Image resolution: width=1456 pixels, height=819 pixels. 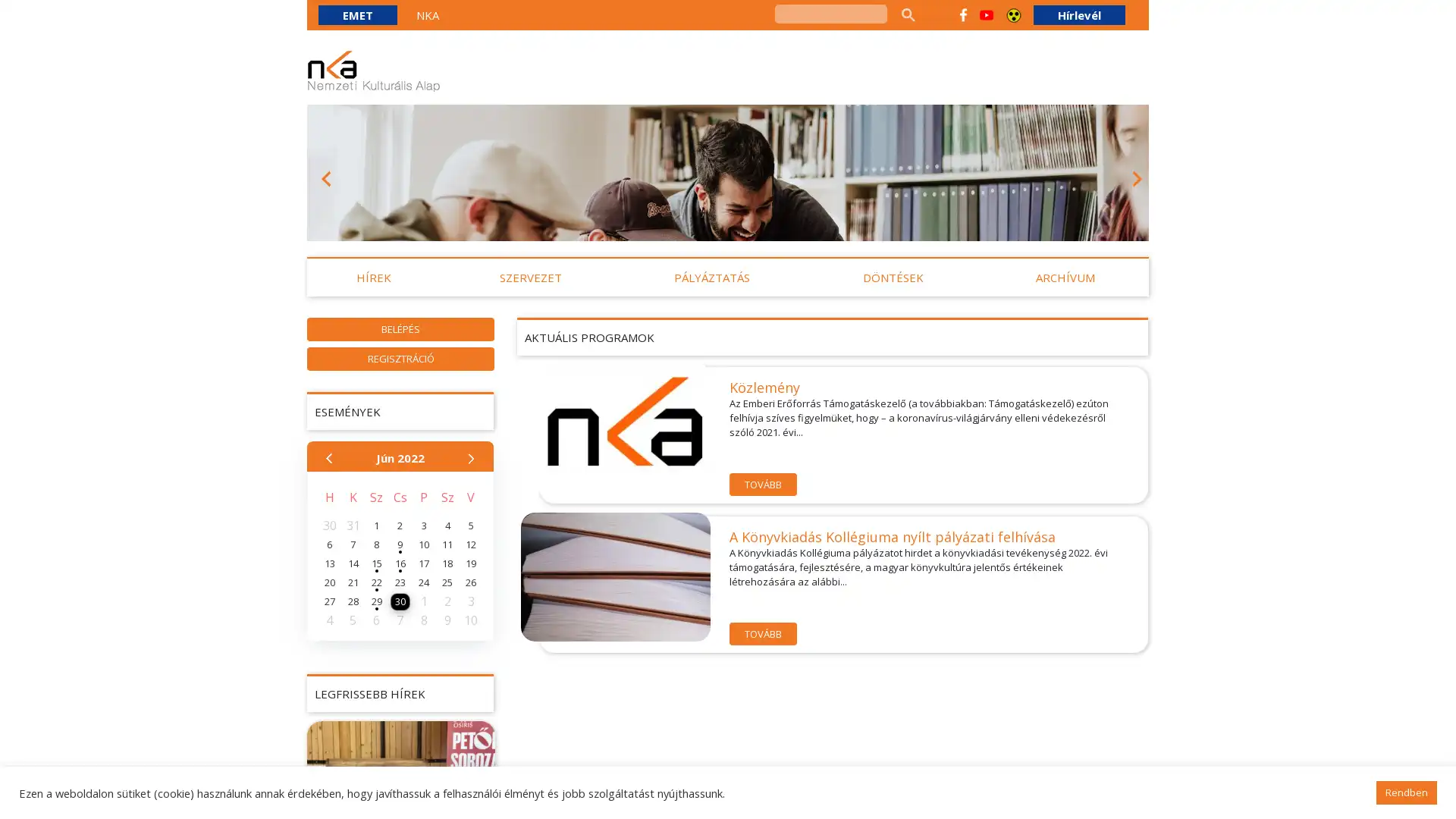 What do you see at coordinates (711, 278) in the screenshot?
I see `PALYAZTATAS` at bounding box center [711, 278].